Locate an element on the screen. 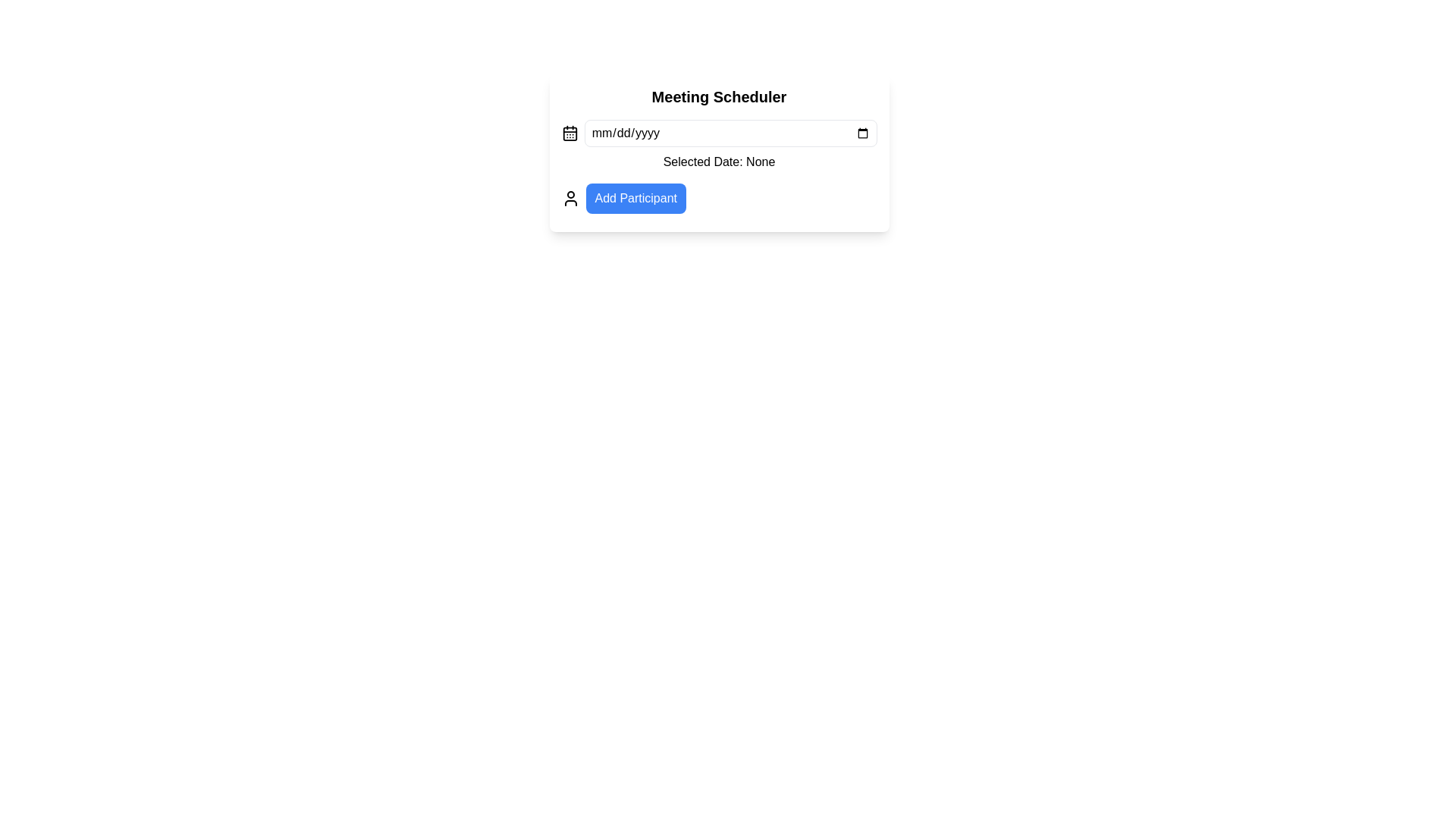 The width and height of the screenshot is (1456, 819). the button located centrally within the meeting scheduler UI is located at coordinates (718, 198).